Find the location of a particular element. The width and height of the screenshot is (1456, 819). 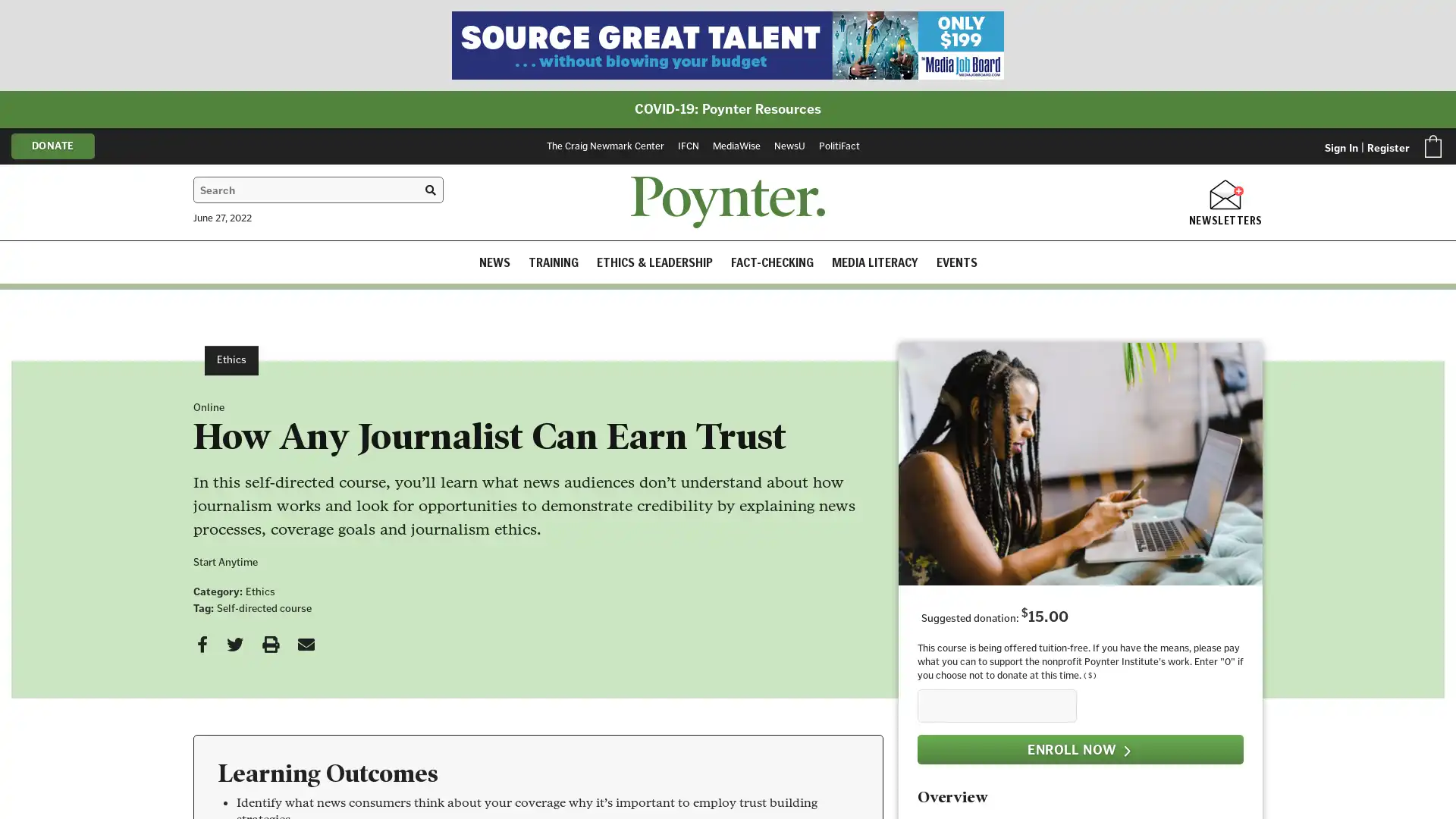

ENROLL NOW is located at coordinates (1080, 718).